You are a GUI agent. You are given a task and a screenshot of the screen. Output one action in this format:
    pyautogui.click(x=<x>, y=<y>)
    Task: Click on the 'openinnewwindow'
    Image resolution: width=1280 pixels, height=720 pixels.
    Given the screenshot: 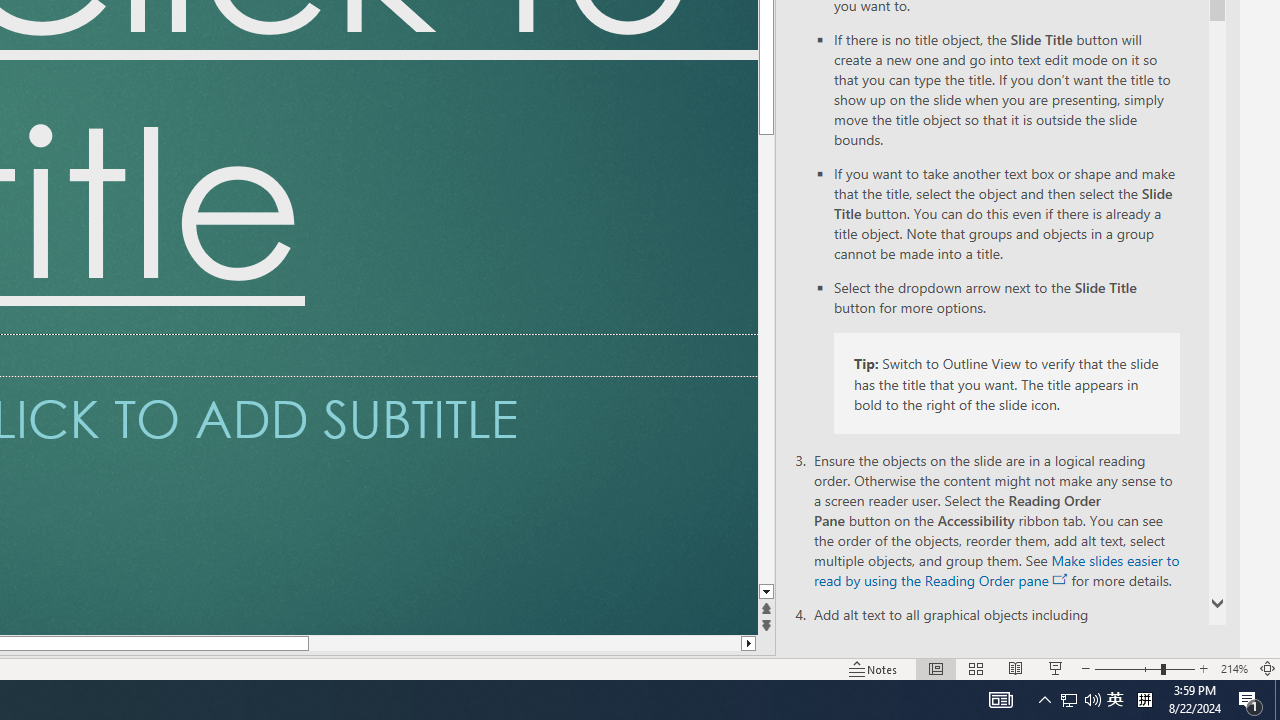 What is the action you would take?
    pyautogui.click(x=1059, y=579)
    